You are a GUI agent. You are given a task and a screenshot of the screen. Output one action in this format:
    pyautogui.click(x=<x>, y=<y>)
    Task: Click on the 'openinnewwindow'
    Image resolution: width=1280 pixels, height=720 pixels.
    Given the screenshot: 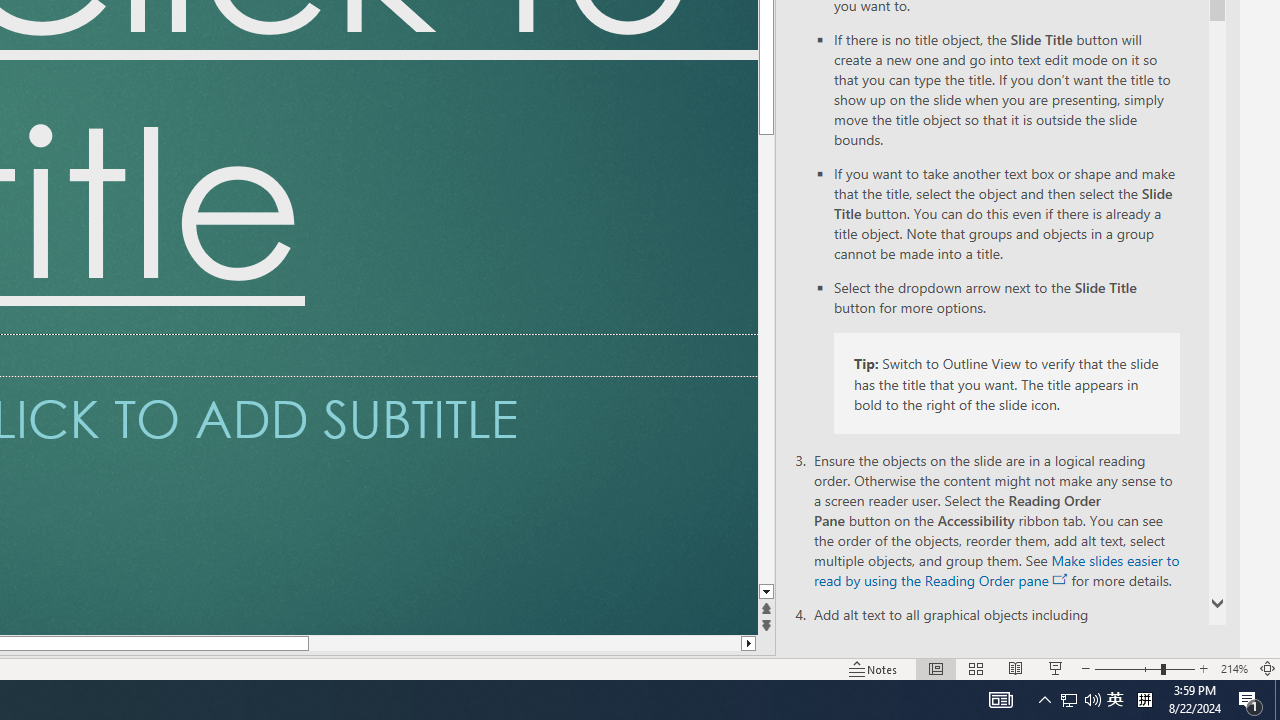 What is the action you would take?
    pyautogui.click(x=1059, y=579)
    